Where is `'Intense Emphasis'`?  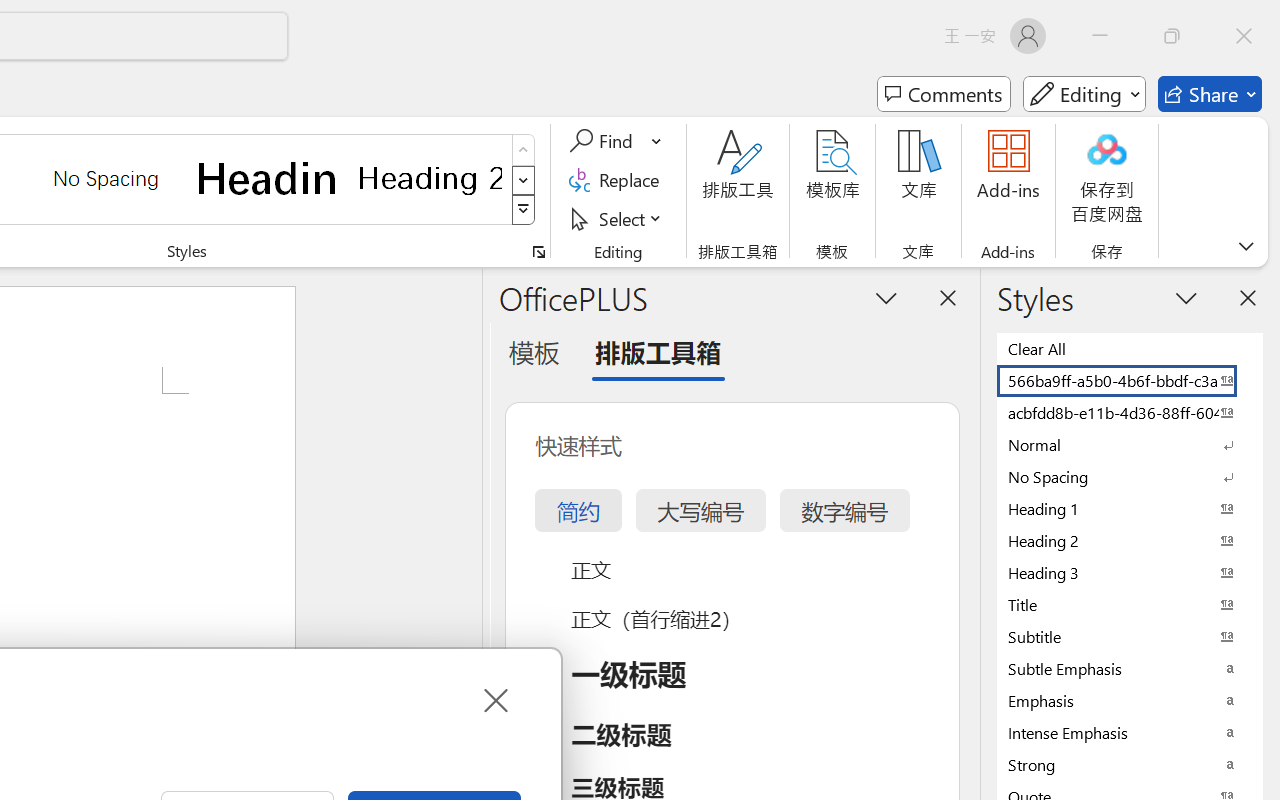
'Intense Emphasis' is located at coordinates (1130, 731).